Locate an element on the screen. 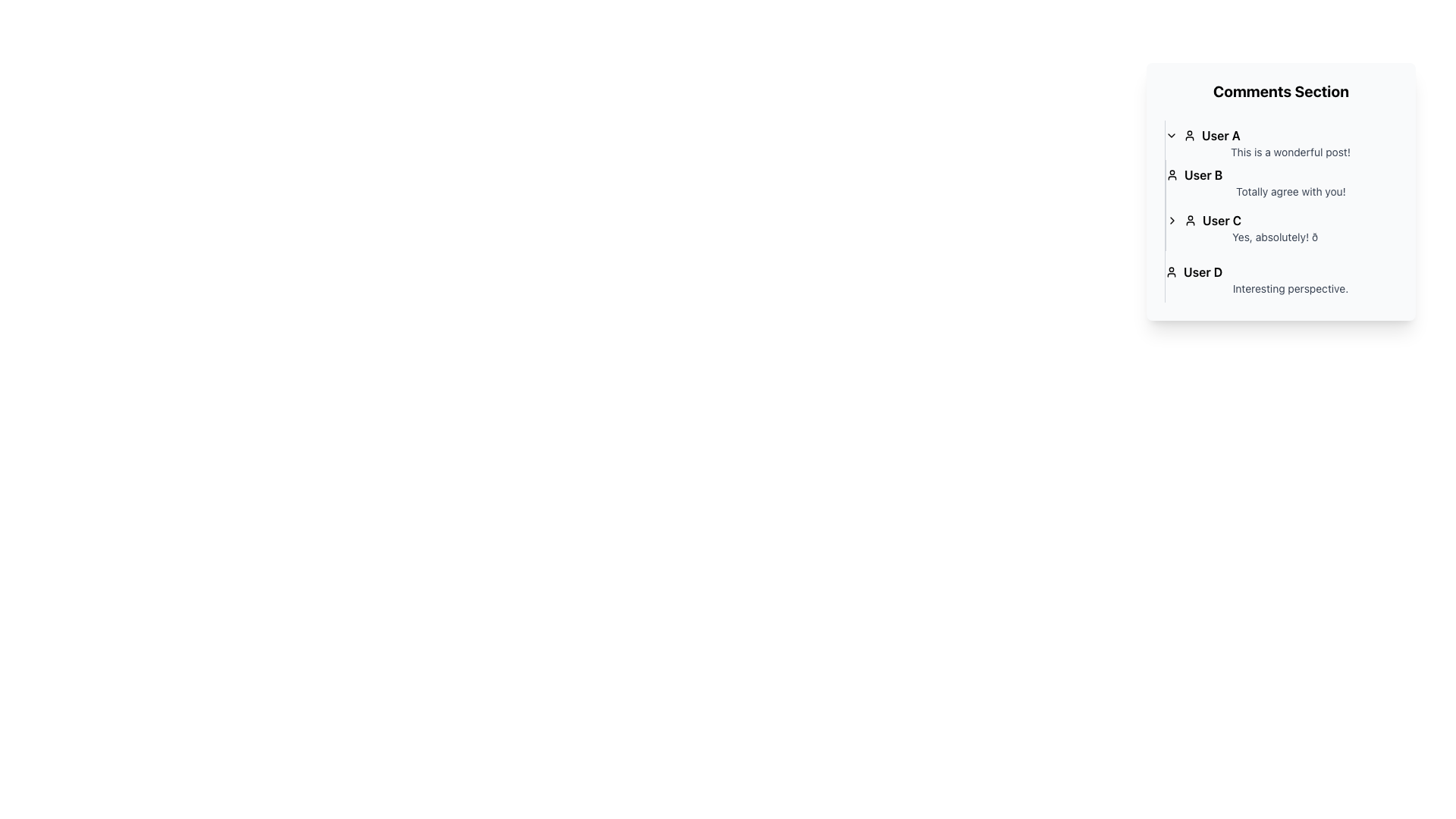 This screenshot has width=1456, height=819. the user identity icon located to the left of 'User A' in the comment section is located at coordinates (1189, 134).